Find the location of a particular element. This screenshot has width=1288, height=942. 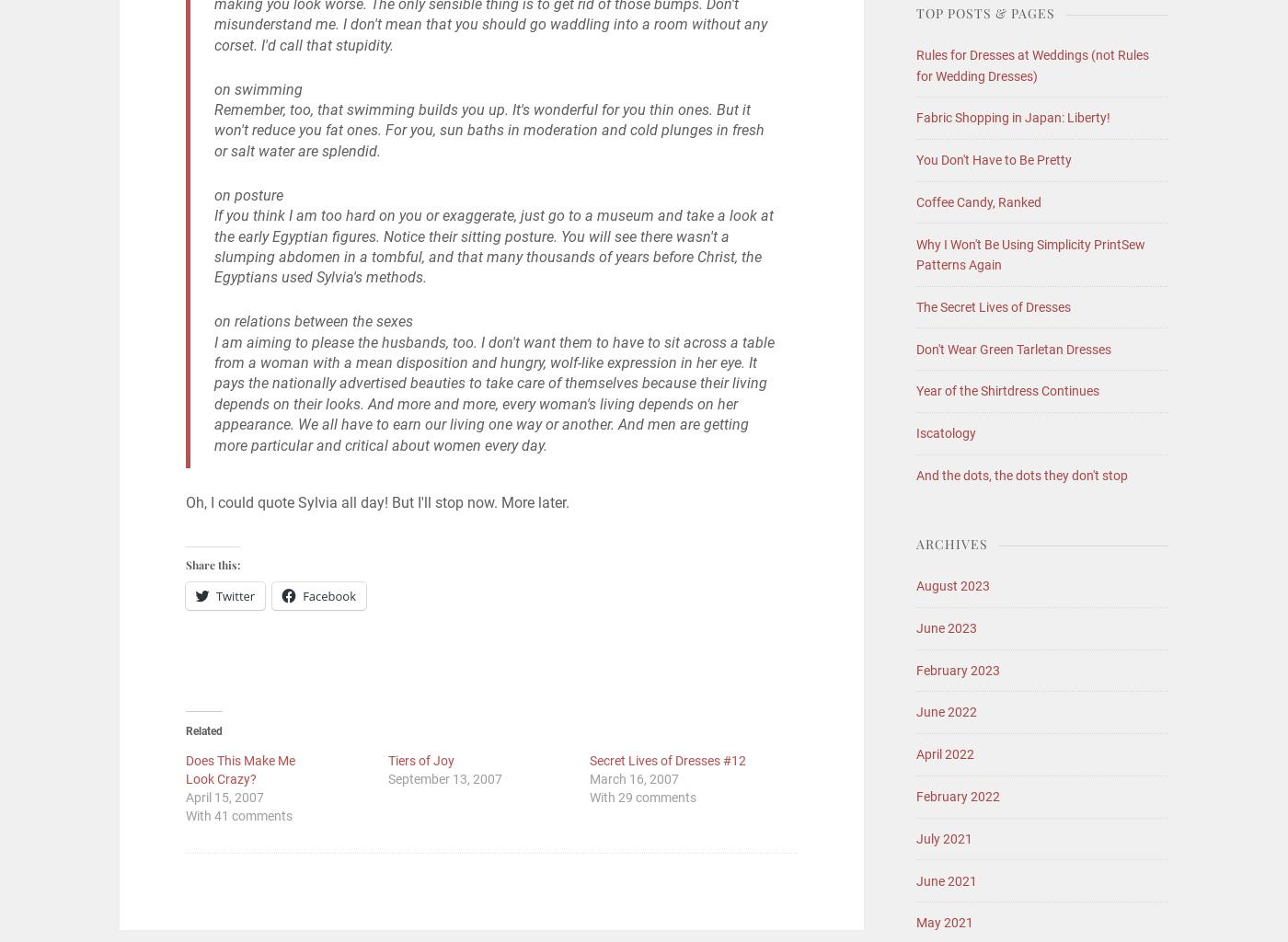

'July 2021' is located at coordinates (944, 836).